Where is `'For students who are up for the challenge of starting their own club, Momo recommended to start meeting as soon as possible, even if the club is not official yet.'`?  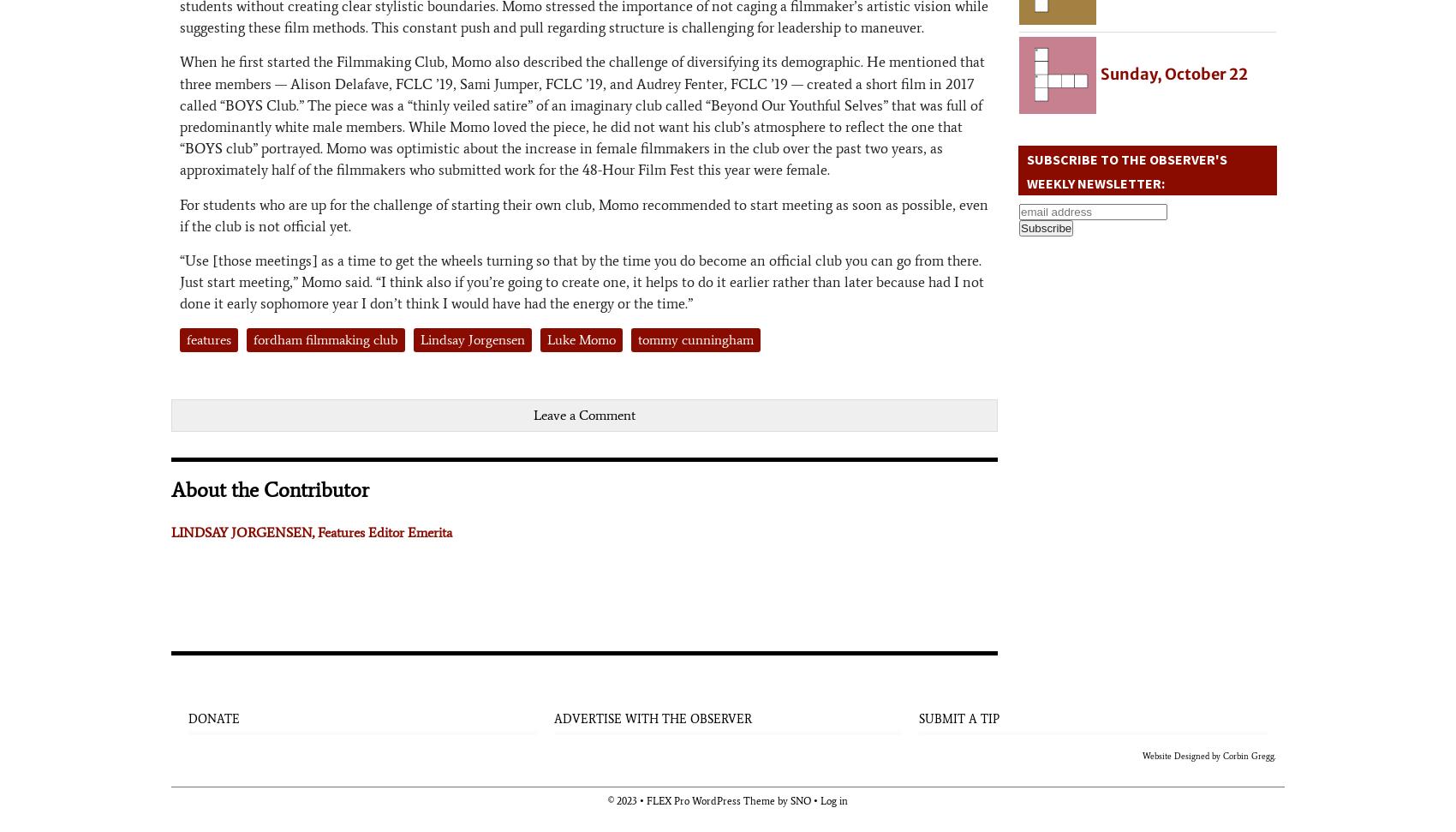
'For students who are up for the challenge of starting their own club, Momo recommended to start meeting as soon as possible, even if the club is not official yet.' is located at coordinates (584, 214).